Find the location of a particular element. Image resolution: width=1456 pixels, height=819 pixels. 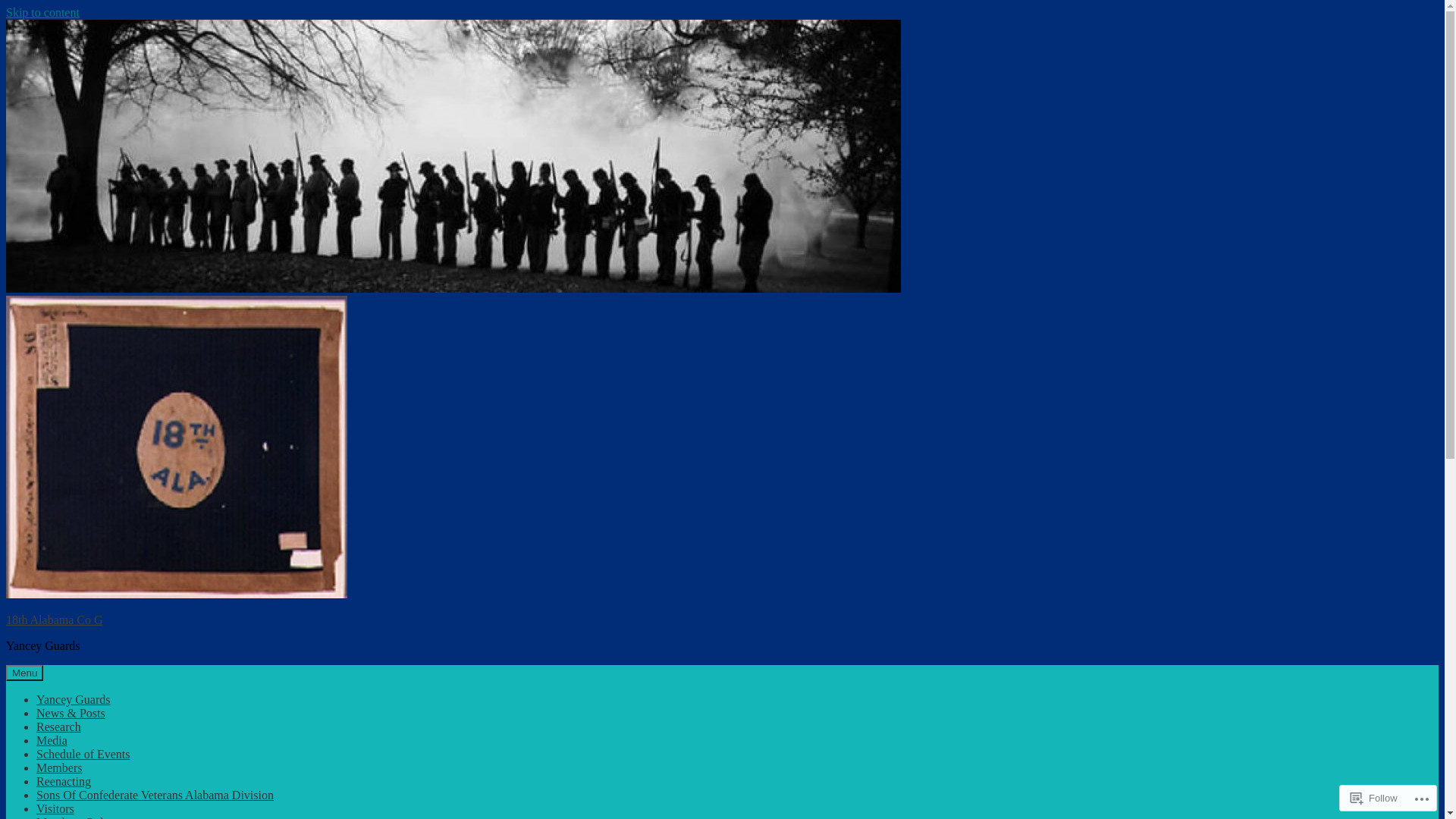

'Yancey Guards' is located at coordinates (72, 699).